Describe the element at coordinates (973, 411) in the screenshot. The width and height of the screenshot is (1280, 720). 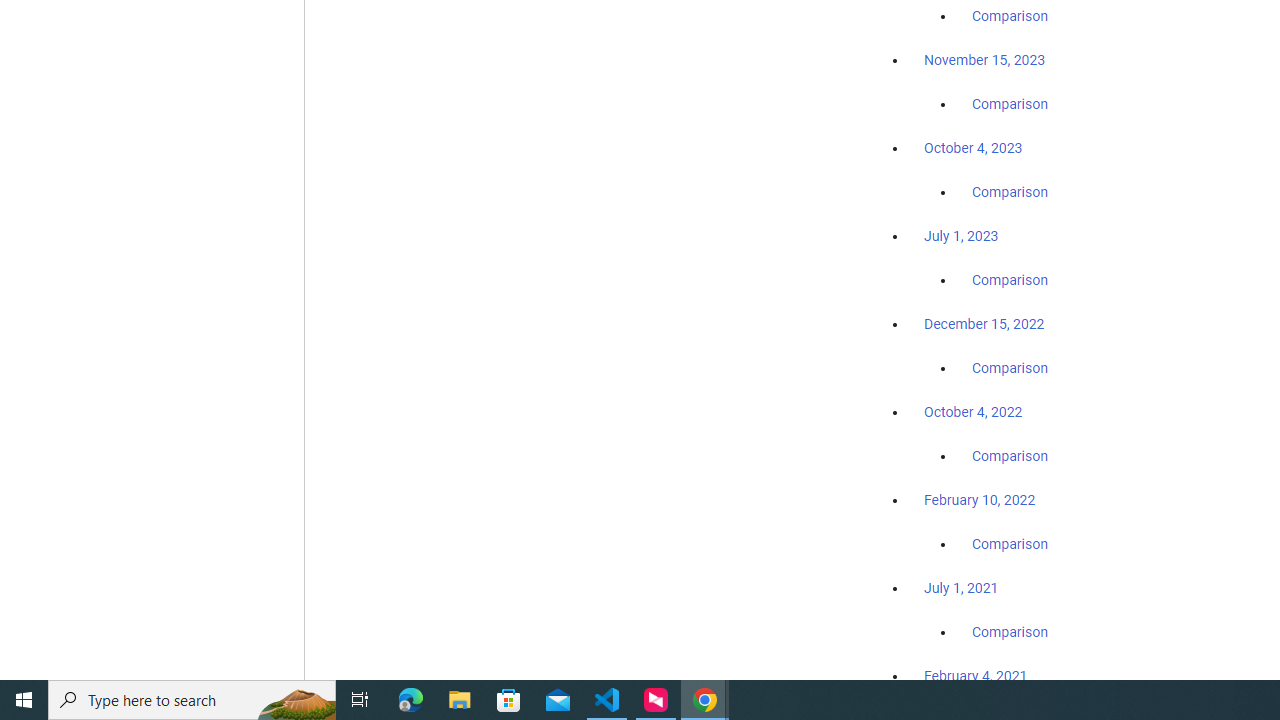
I see `'October 4, 2022'` at that location.